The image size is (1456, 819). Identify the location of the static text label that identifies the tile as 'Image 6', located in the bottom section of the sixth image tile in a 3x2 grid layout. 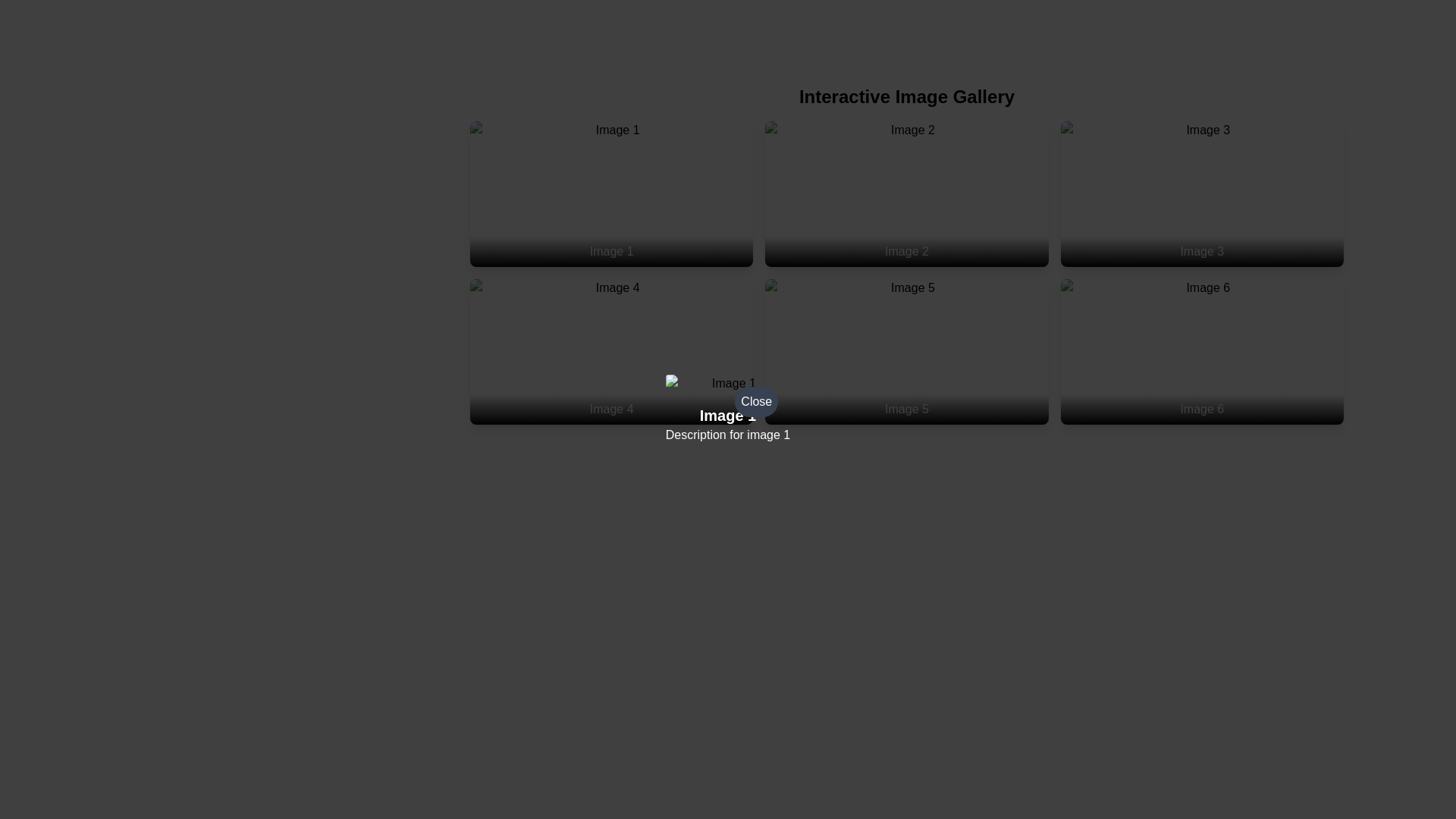
(1201, 409).